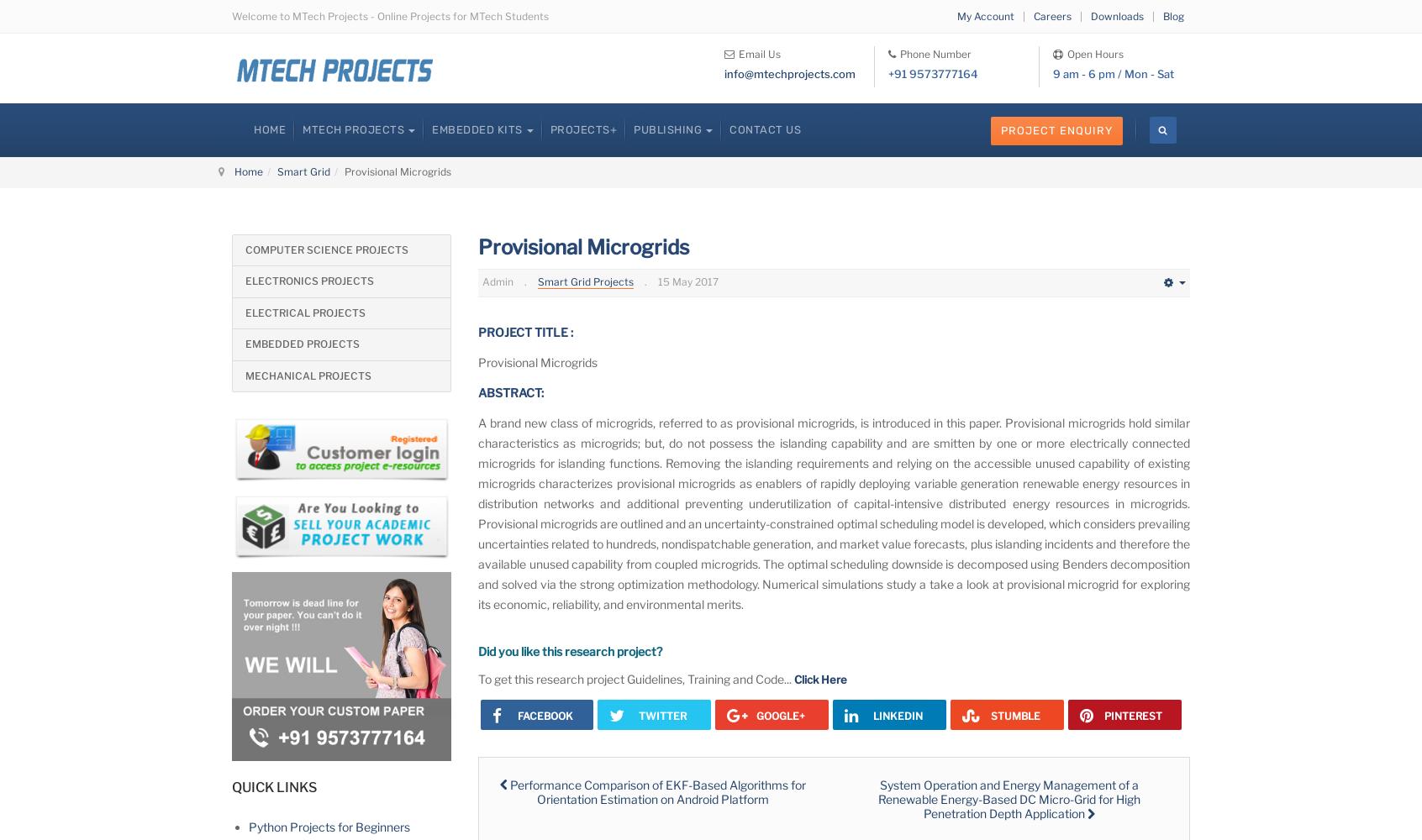  I want to click on 'System Operation and Energy Management of a Renewable Energy-Based DC Micro-Grid for High Penetration Depth Application', so click(1009, 797).